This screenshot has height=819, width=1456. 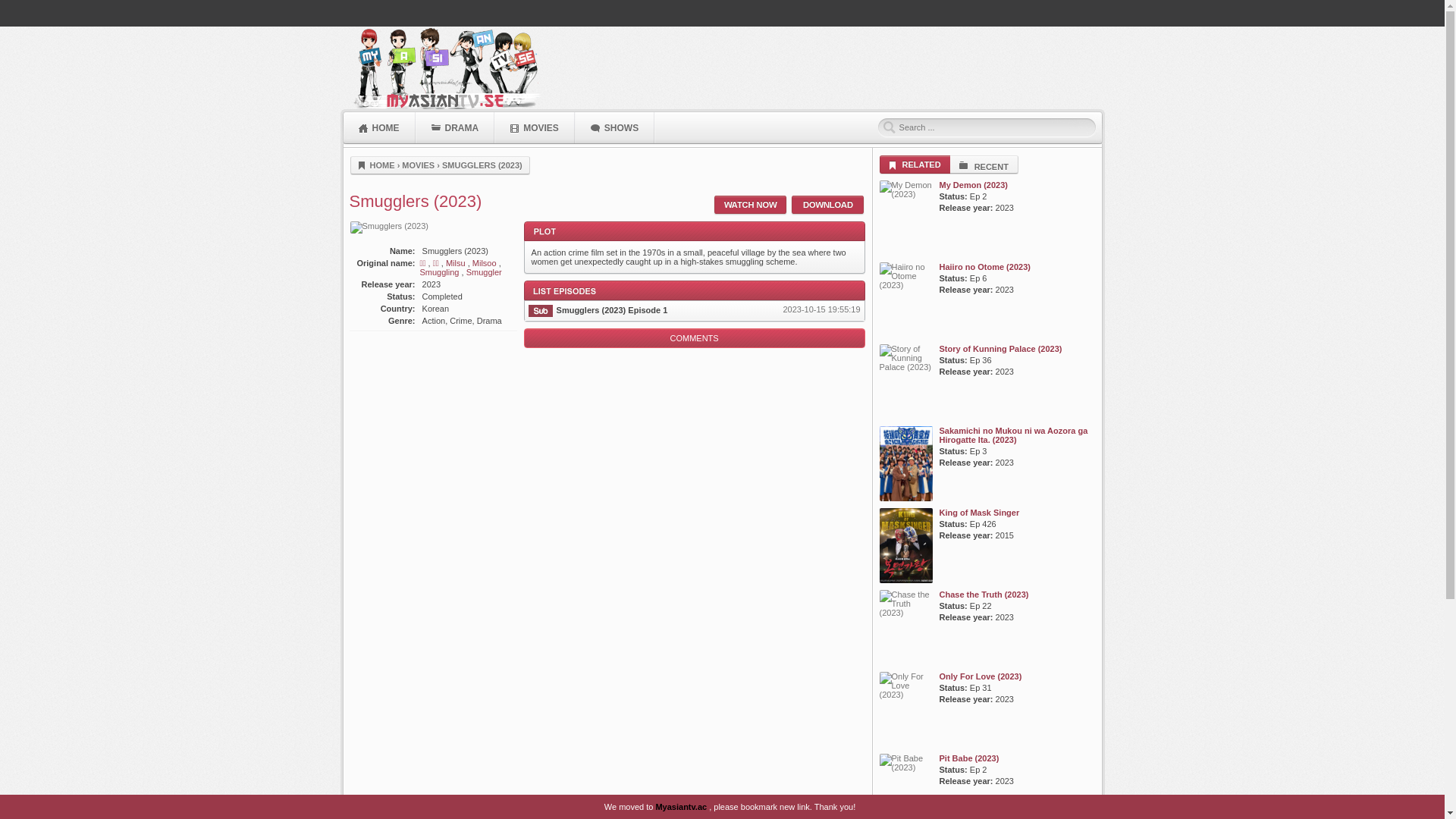 I want to click on 'MyAsianTV', so click(x=444, y=67).